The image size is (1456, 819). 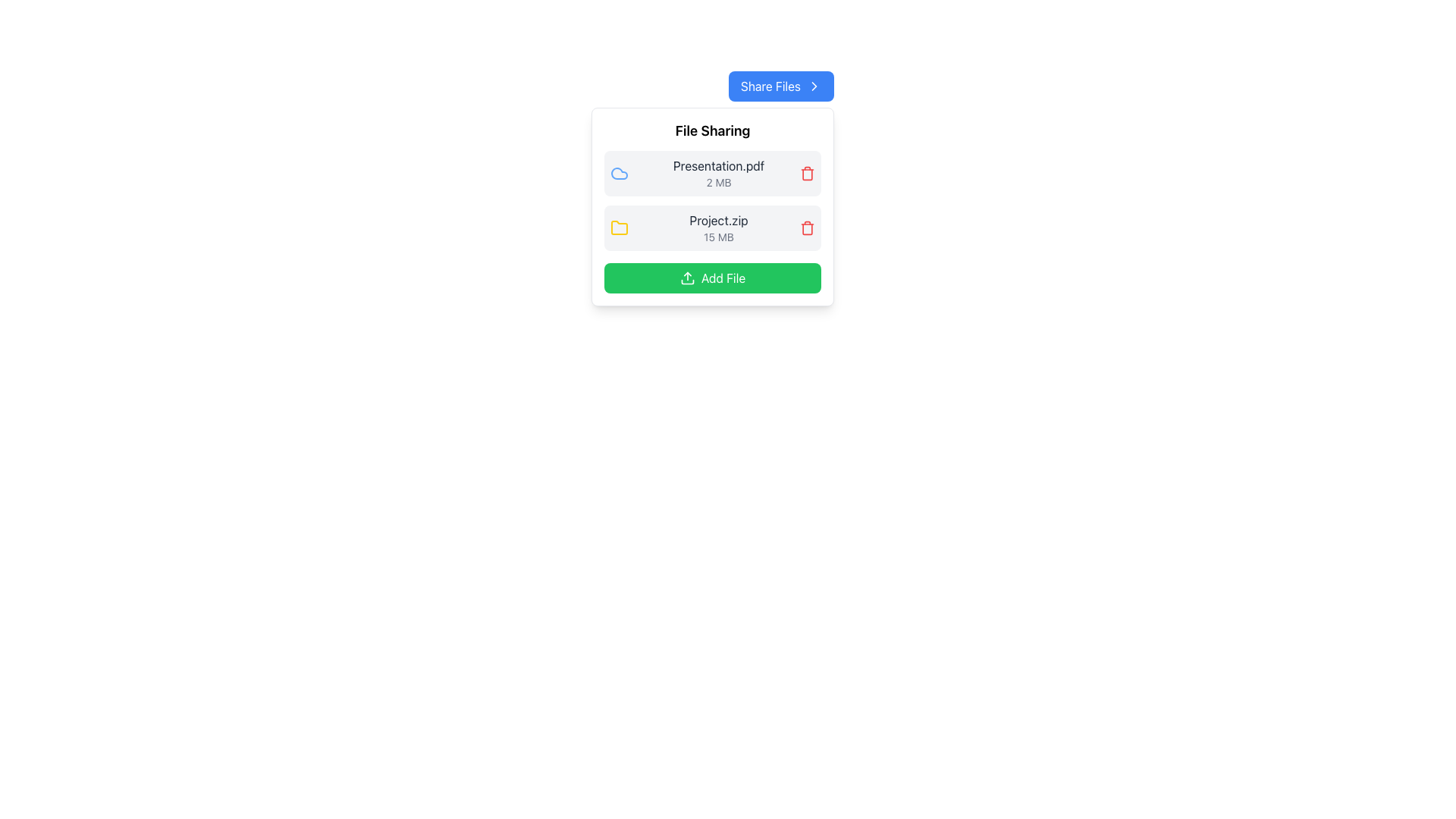 I want to click on the graphical icon (SVG) that visually represents a cloud-based association for the 'Presentation.pdf' file, located to the left of the filename in the file-sharing interface, so click(x=620, y=172).